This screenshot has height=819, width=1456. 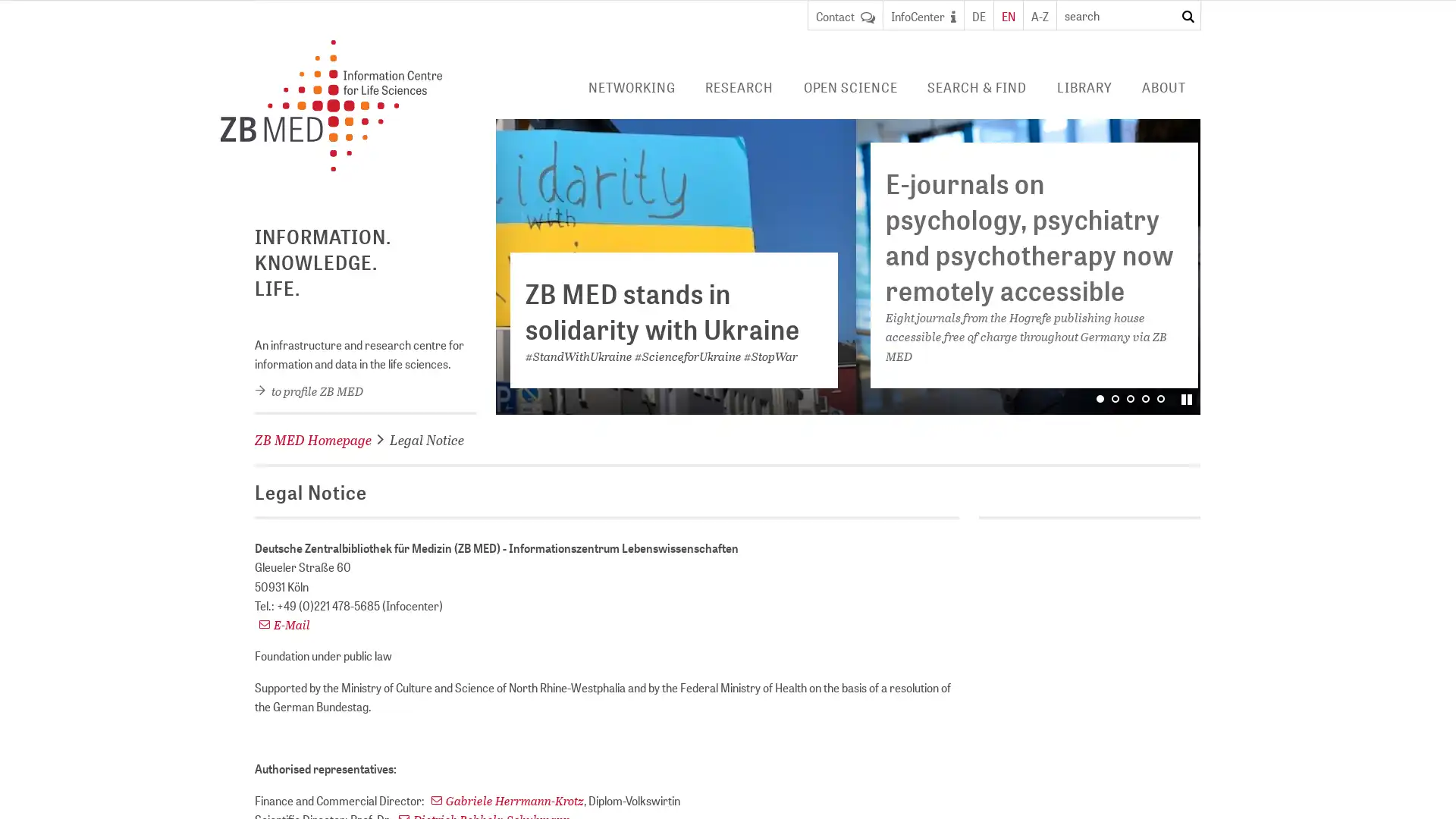 What do you see at coordinates (1115, 397) in the screenshot?
I see `2` at bounding box center [1115, 397].